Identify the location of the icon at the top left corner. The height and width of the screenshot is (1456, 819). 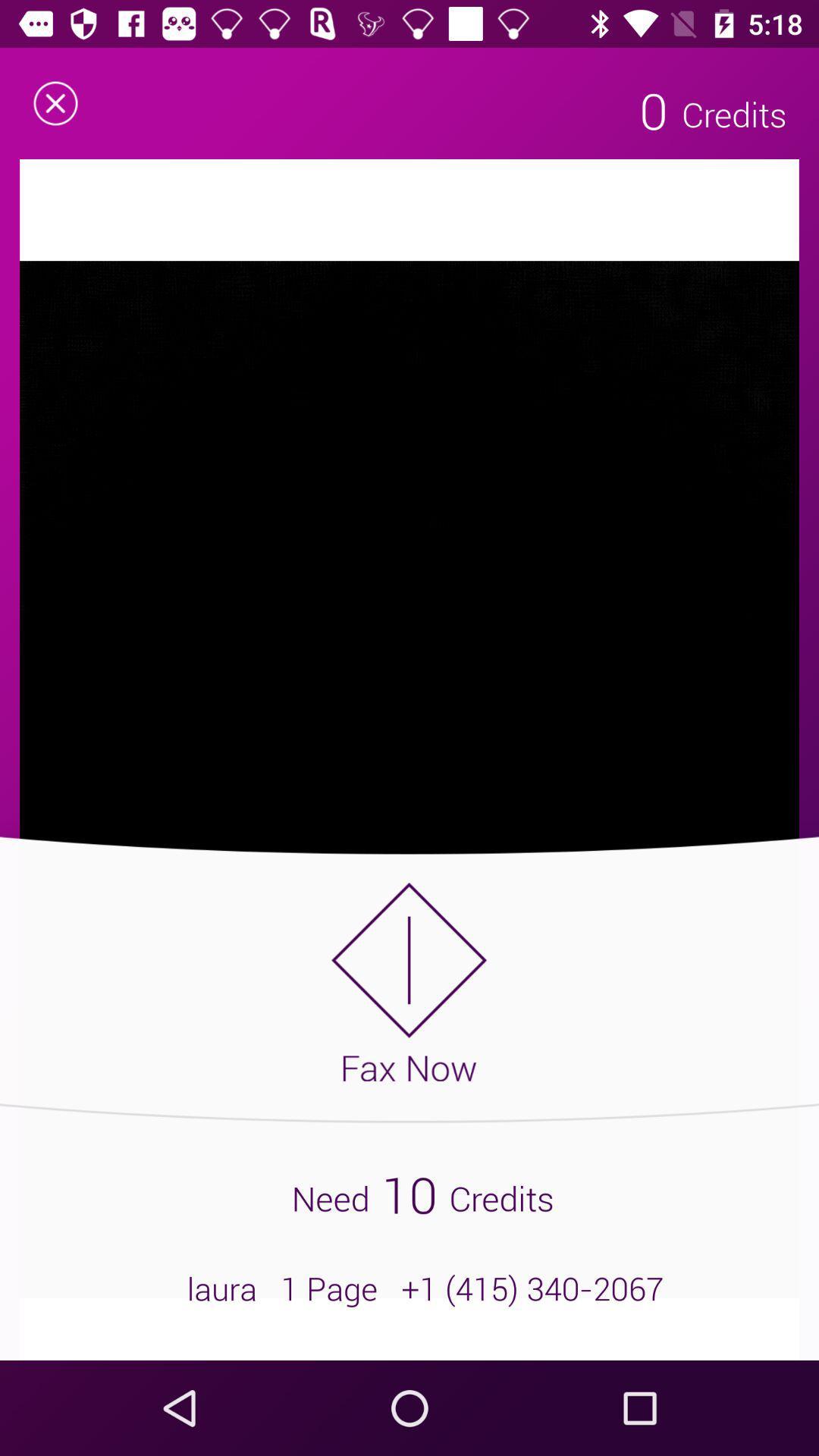
(55, 102).